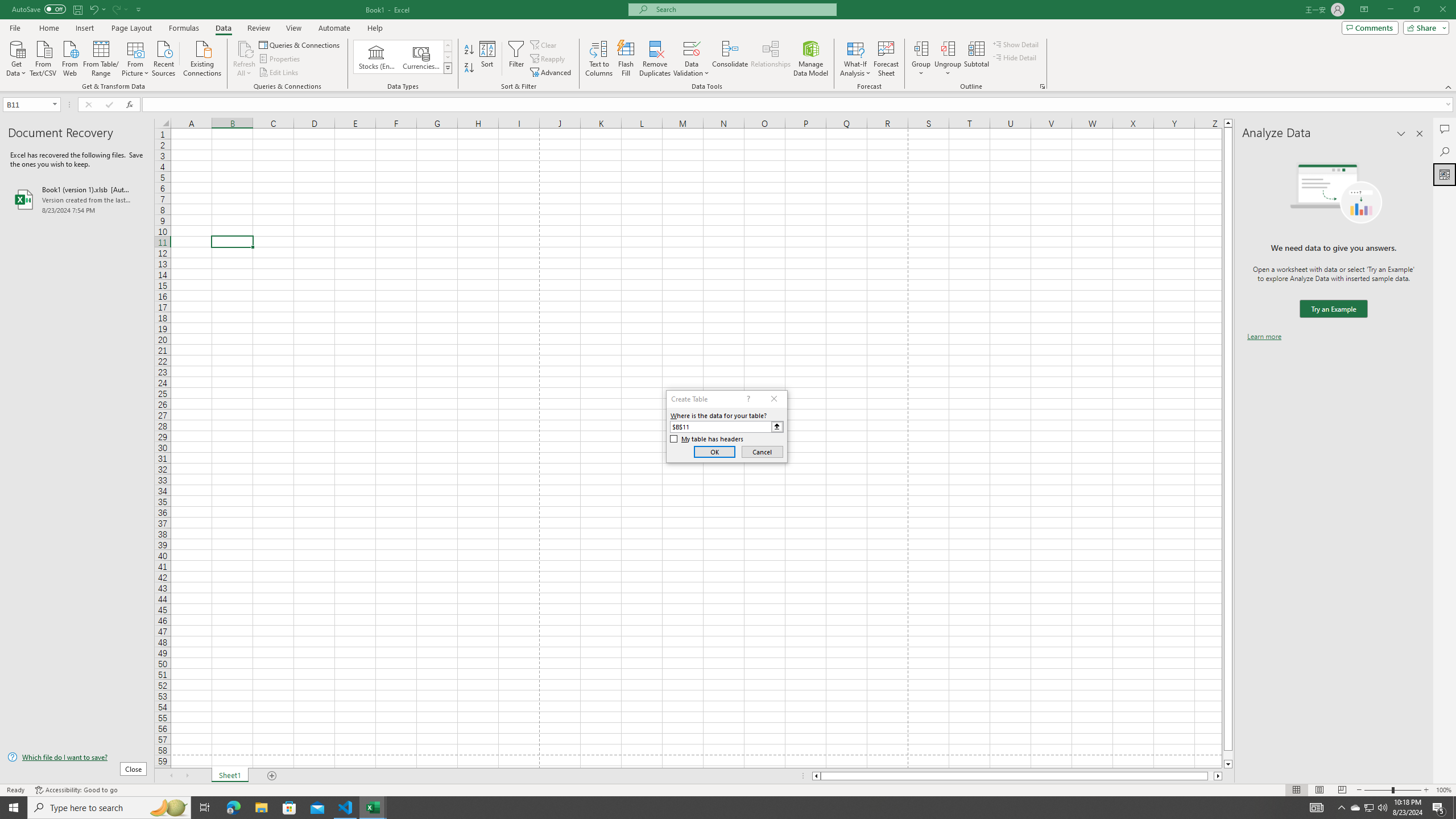  What do you see at coordinates (258, 28) in the screenshot?
I see `'Review'` at bounding box center [258, 28].